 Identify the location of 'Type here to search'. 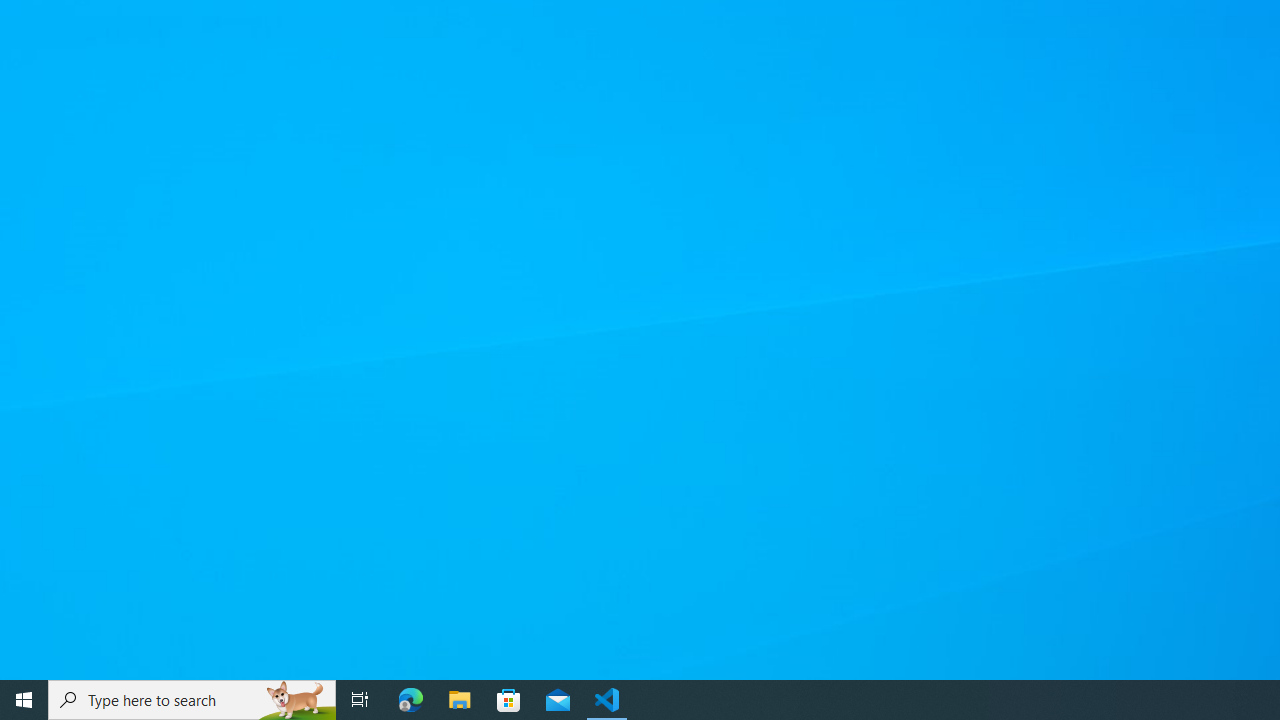
(192, 698).